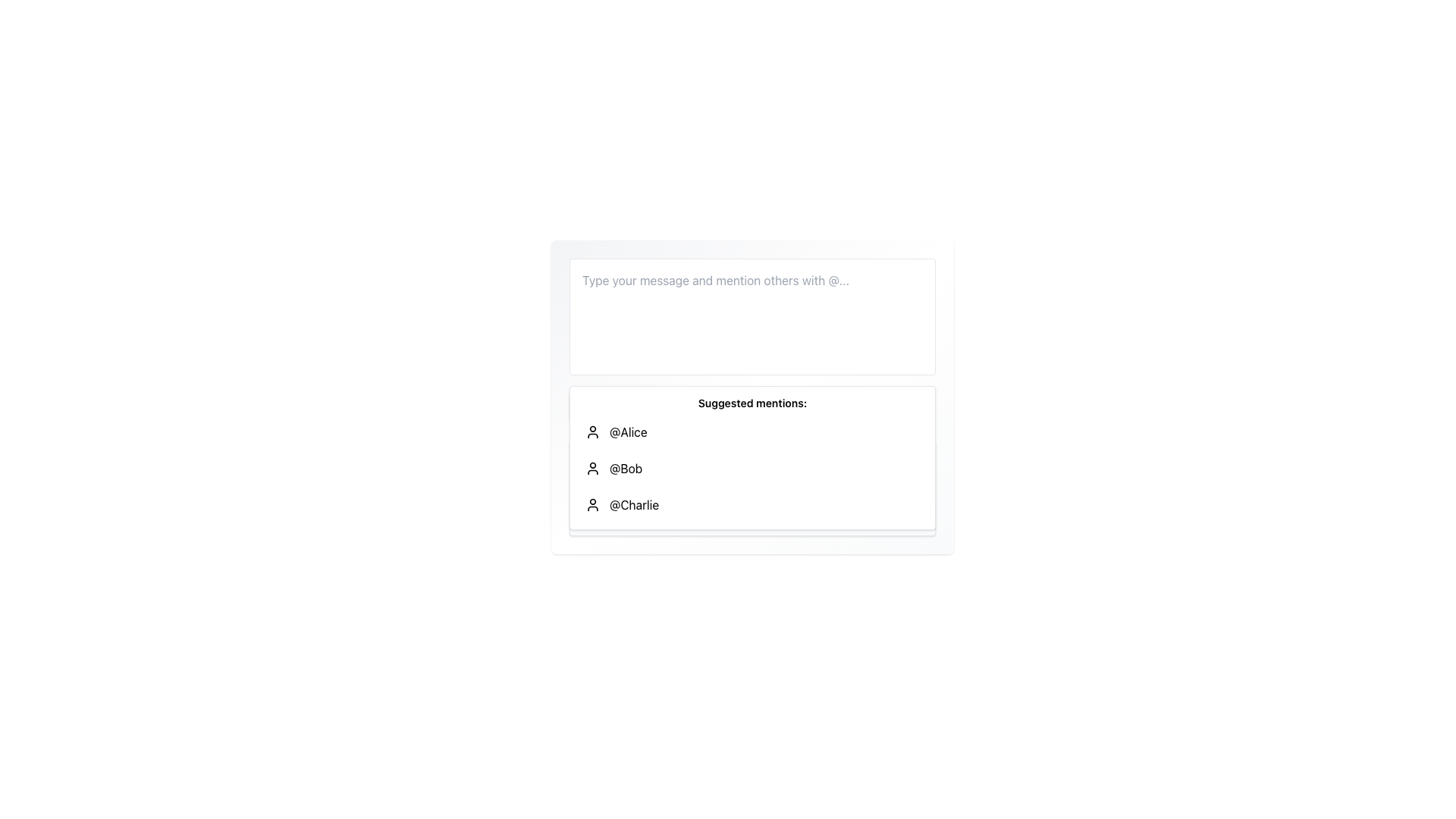  What do you see at coordinates (592, 432) in the screenshot?
I see `the user profile icon located to the left of the username '@Alice', which is styled with smooth lines and a monochrome color scheme` at bounding box center [592, 432].